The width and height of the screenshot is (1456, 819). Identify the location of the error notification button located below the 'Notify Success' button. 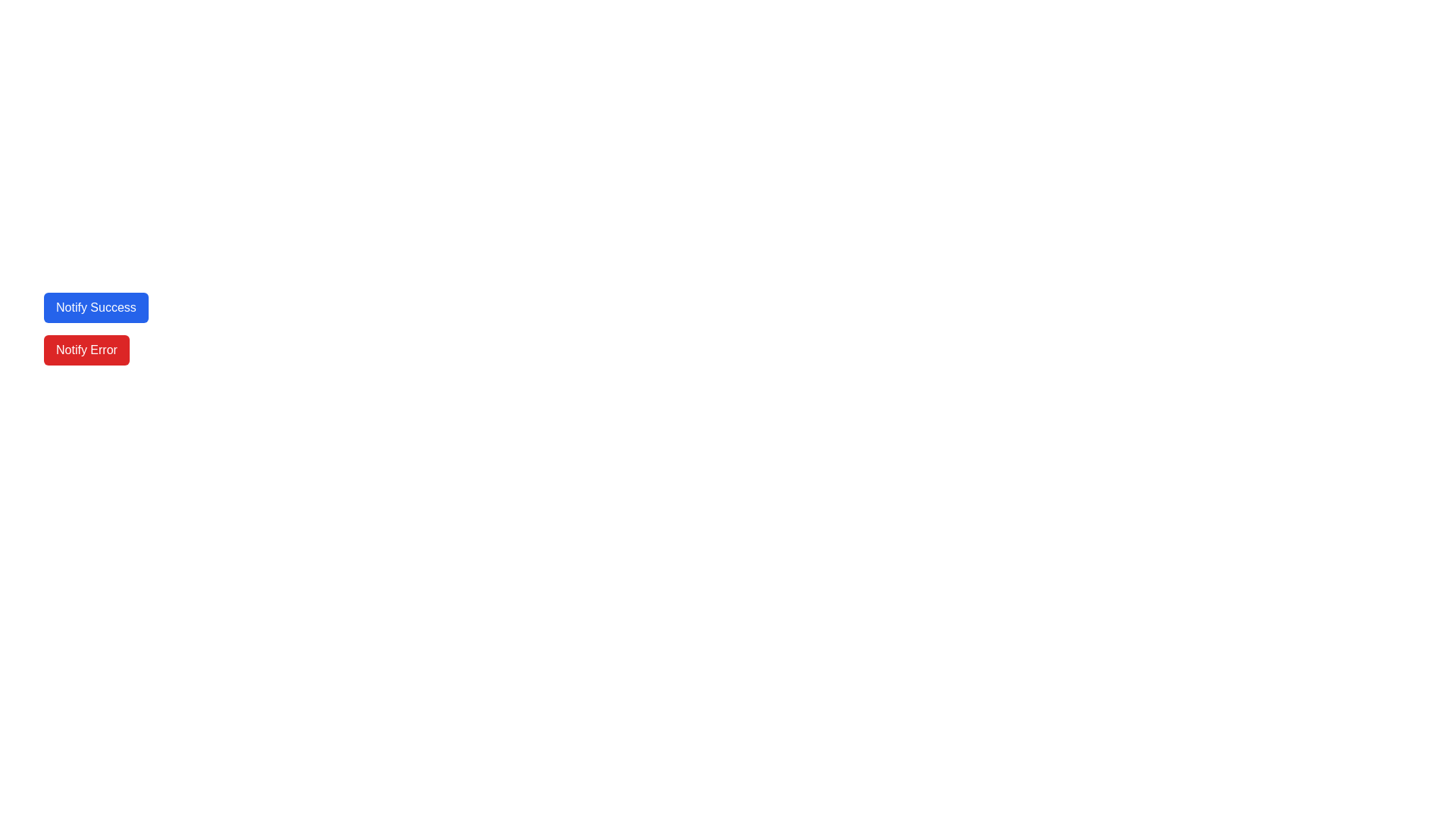
(86, 350).